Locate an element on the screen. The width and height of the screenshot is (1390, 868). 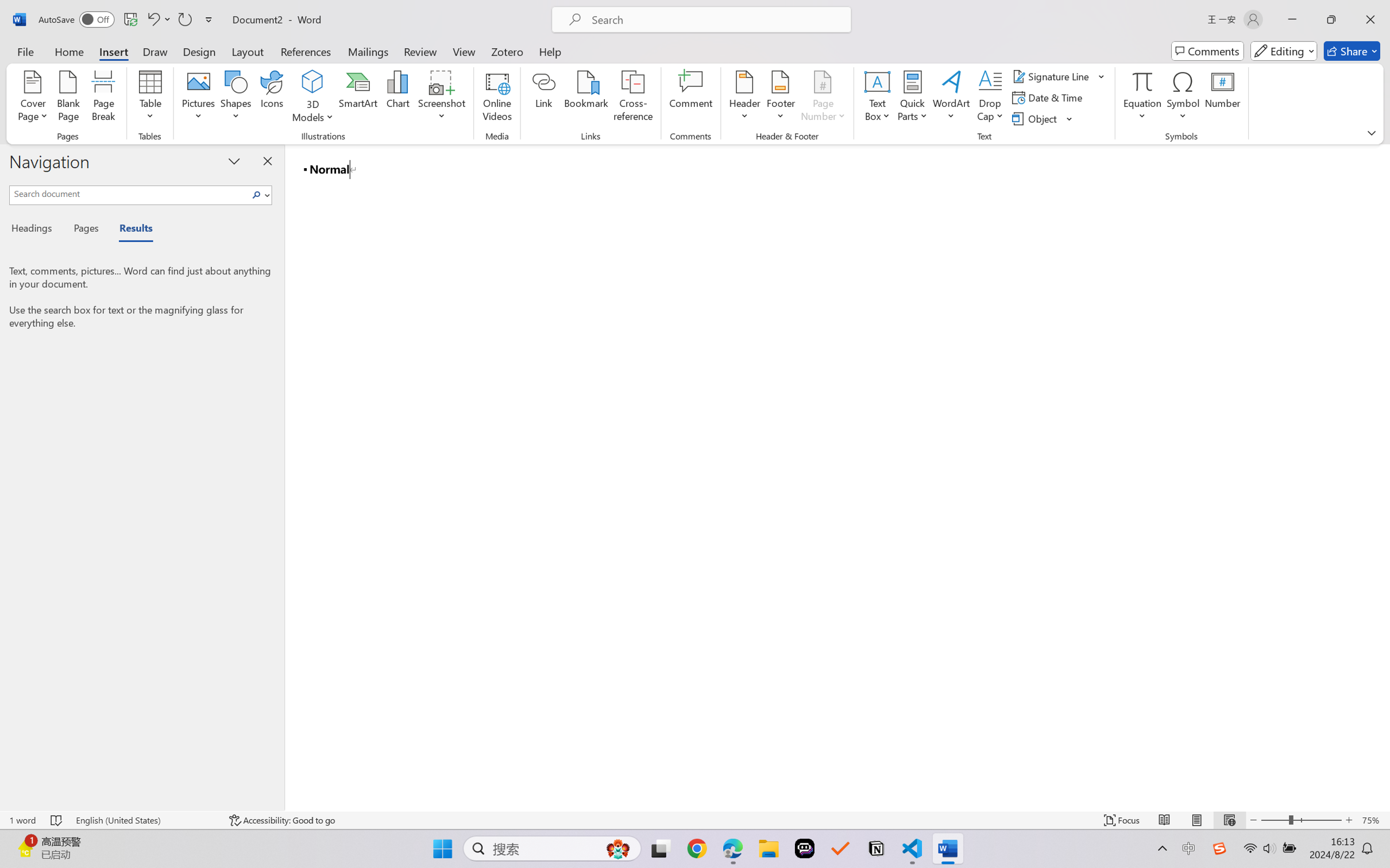
'Pages' is located at coordinates (84, 230).